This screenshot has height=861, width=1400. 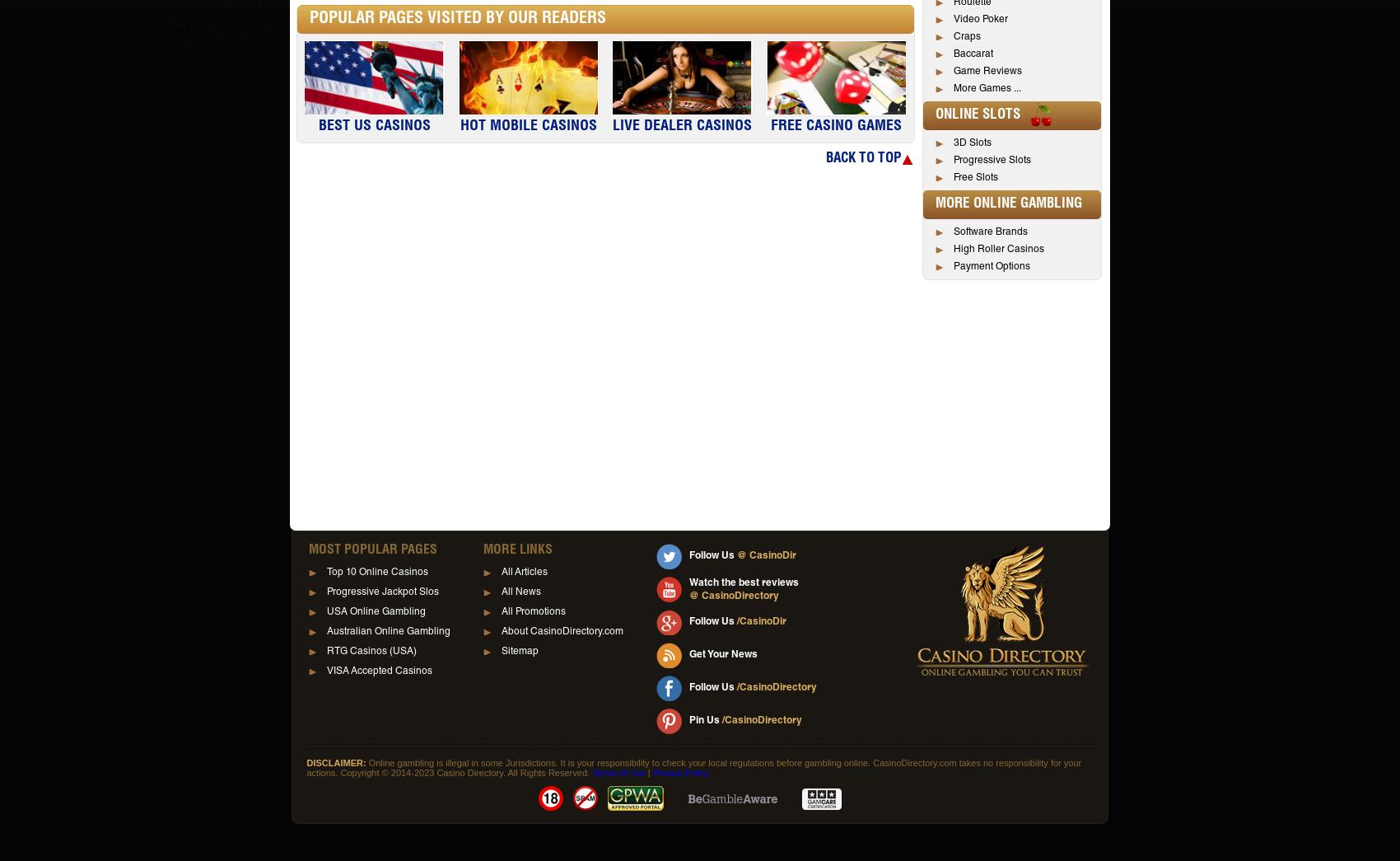 What do you see at coordinates (679, 771) in the screenshot?
I see `'Privacy Policy'` at bounding box center [679, 771].